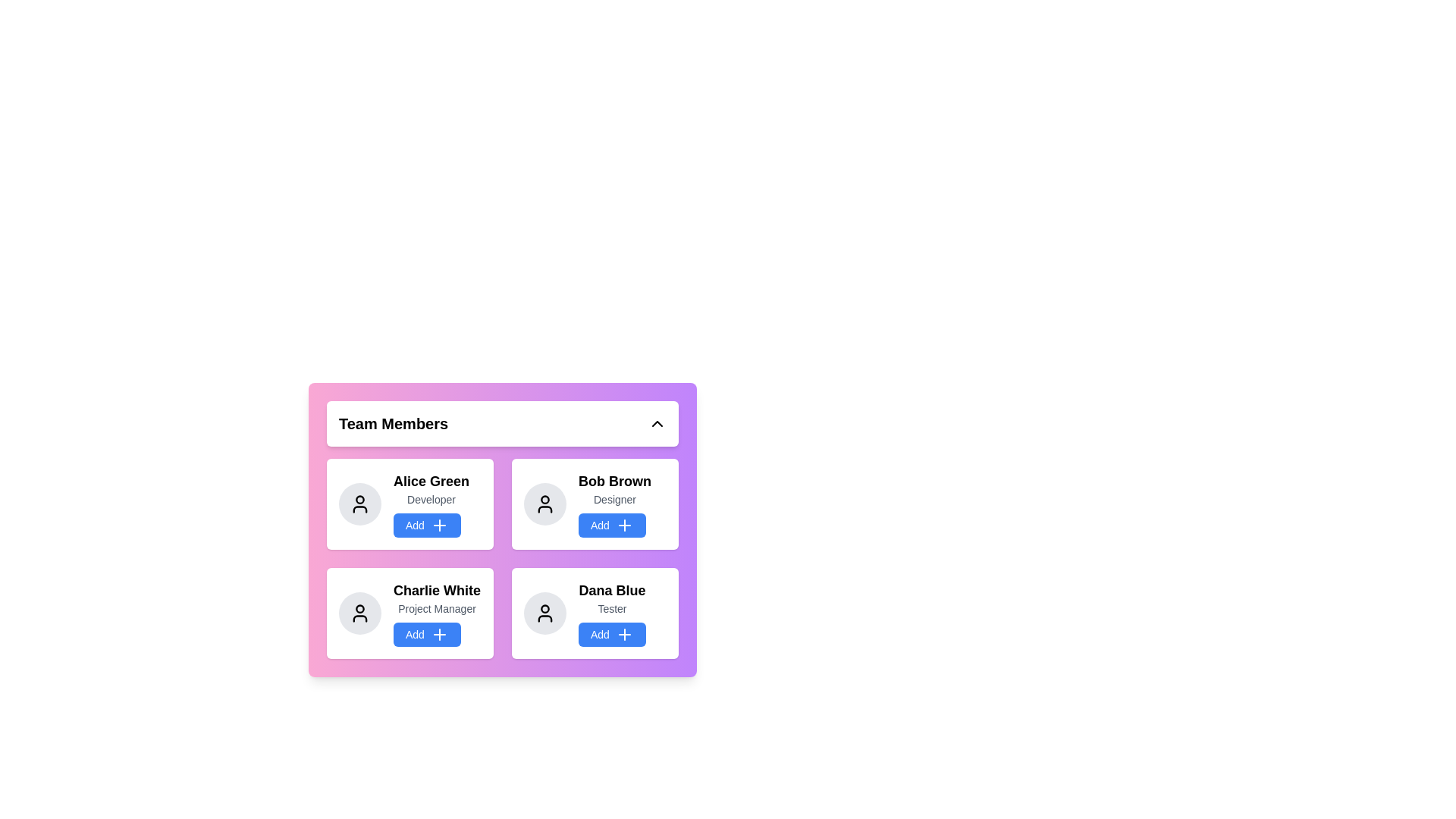  I want to click on the text label that reads 'Designer', which is styled in a smaller gray font and positioned directly below the 'Bob Brown' name label in the 'Team Members' section, so click(615, 500).